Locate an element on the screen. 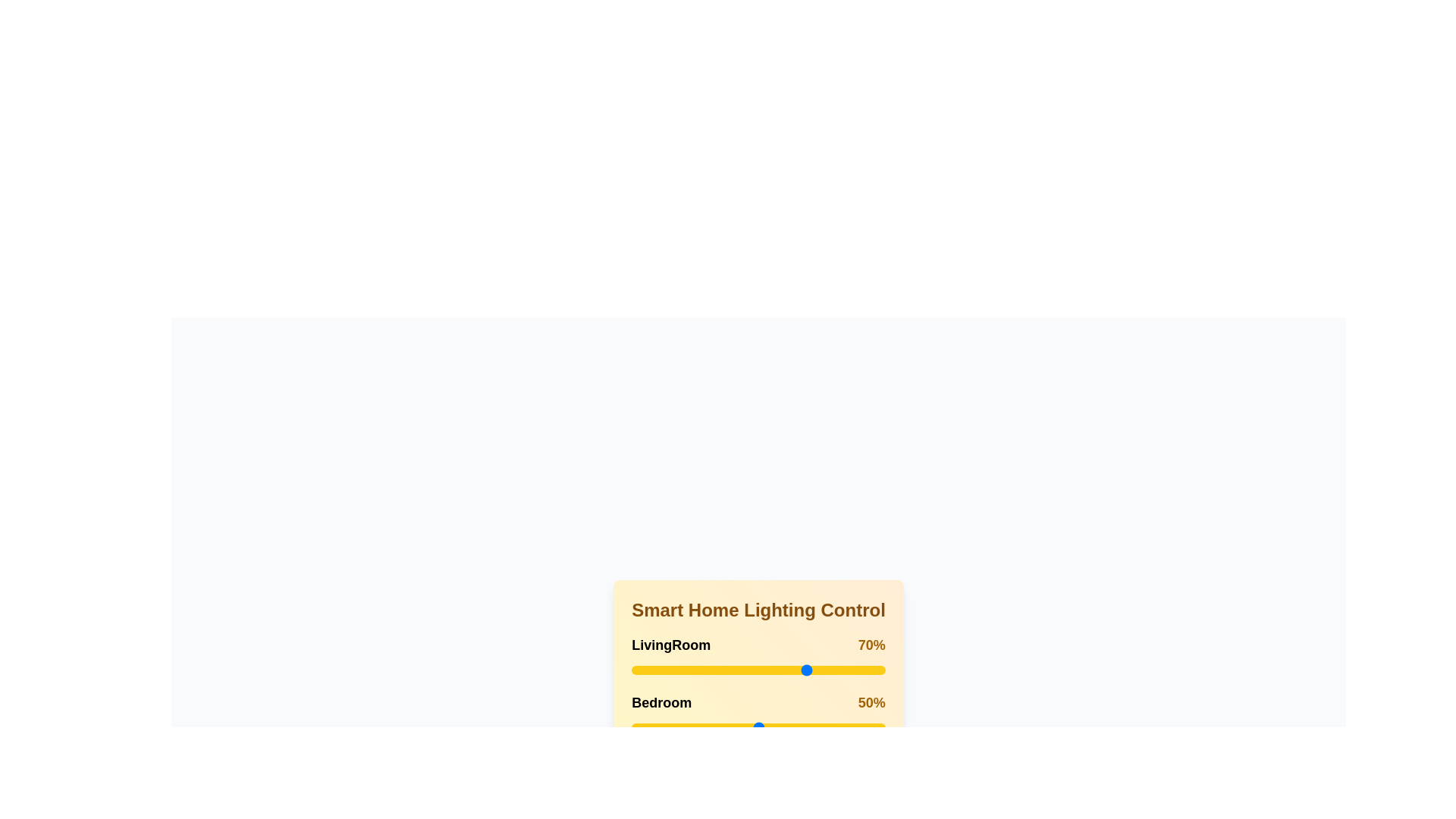 Image resolution: width=1456 pixels, height=819 pixels. the text label titled 'Smart Home Lighting Control', which is prominently displayed at the top of a card-like structure with a gradient background is located at coordinates (758, 610).